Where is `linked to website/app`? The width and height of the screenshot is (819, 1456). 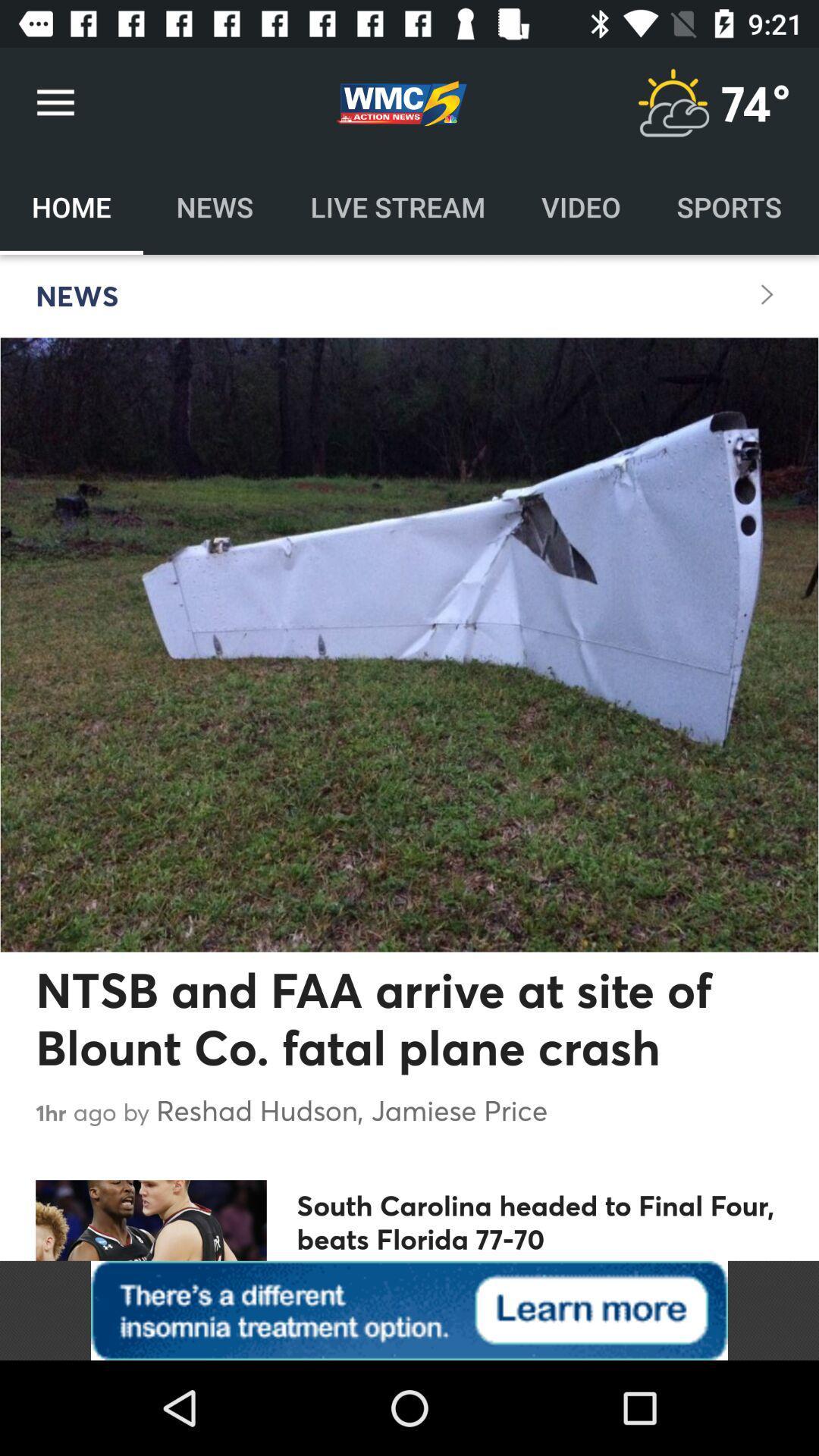
linked to website/app is located at coordinates (409, 1310).